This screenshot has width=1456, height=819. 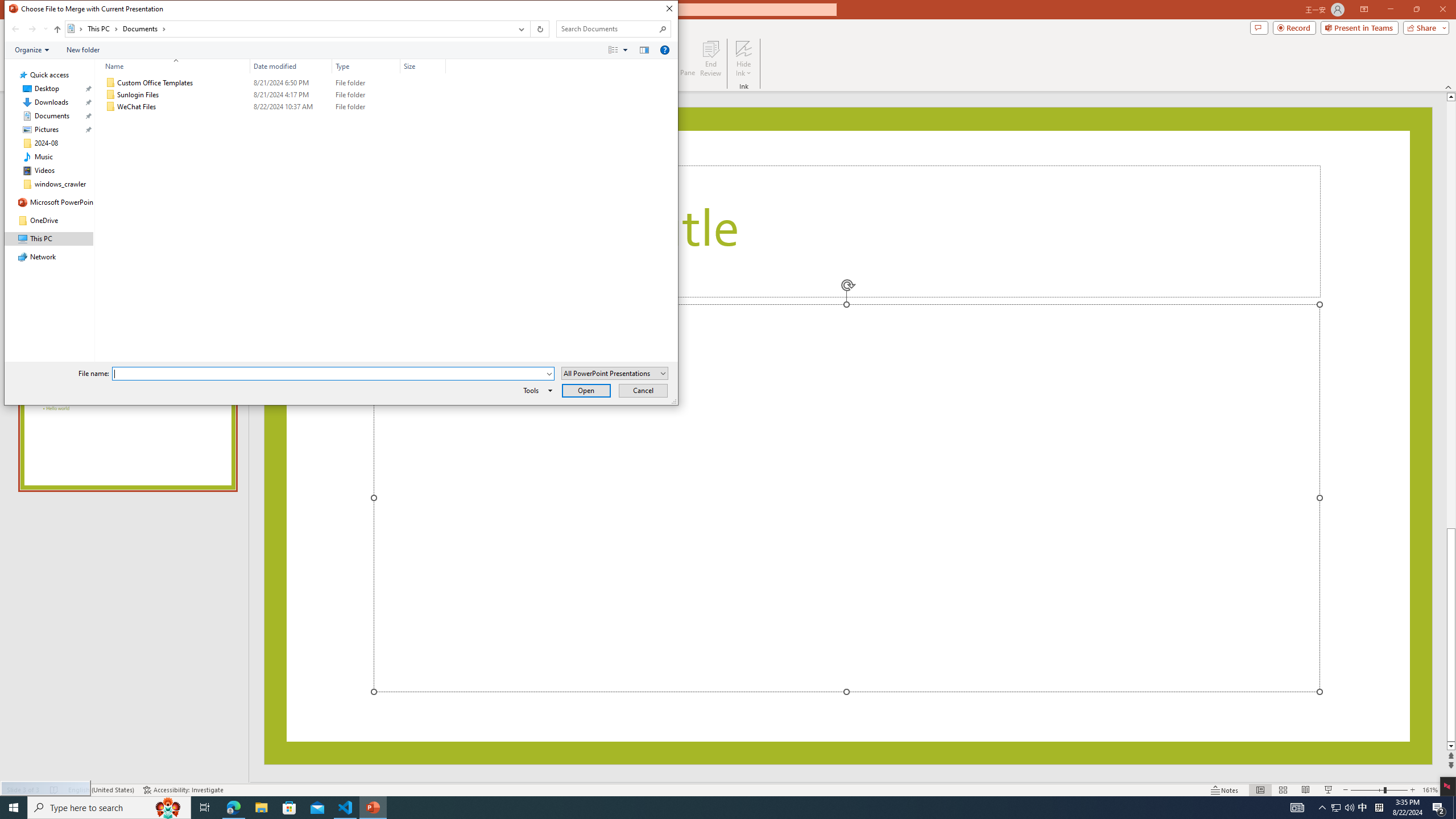 I want to click on 'Search Box', so click(x=607, y=28).